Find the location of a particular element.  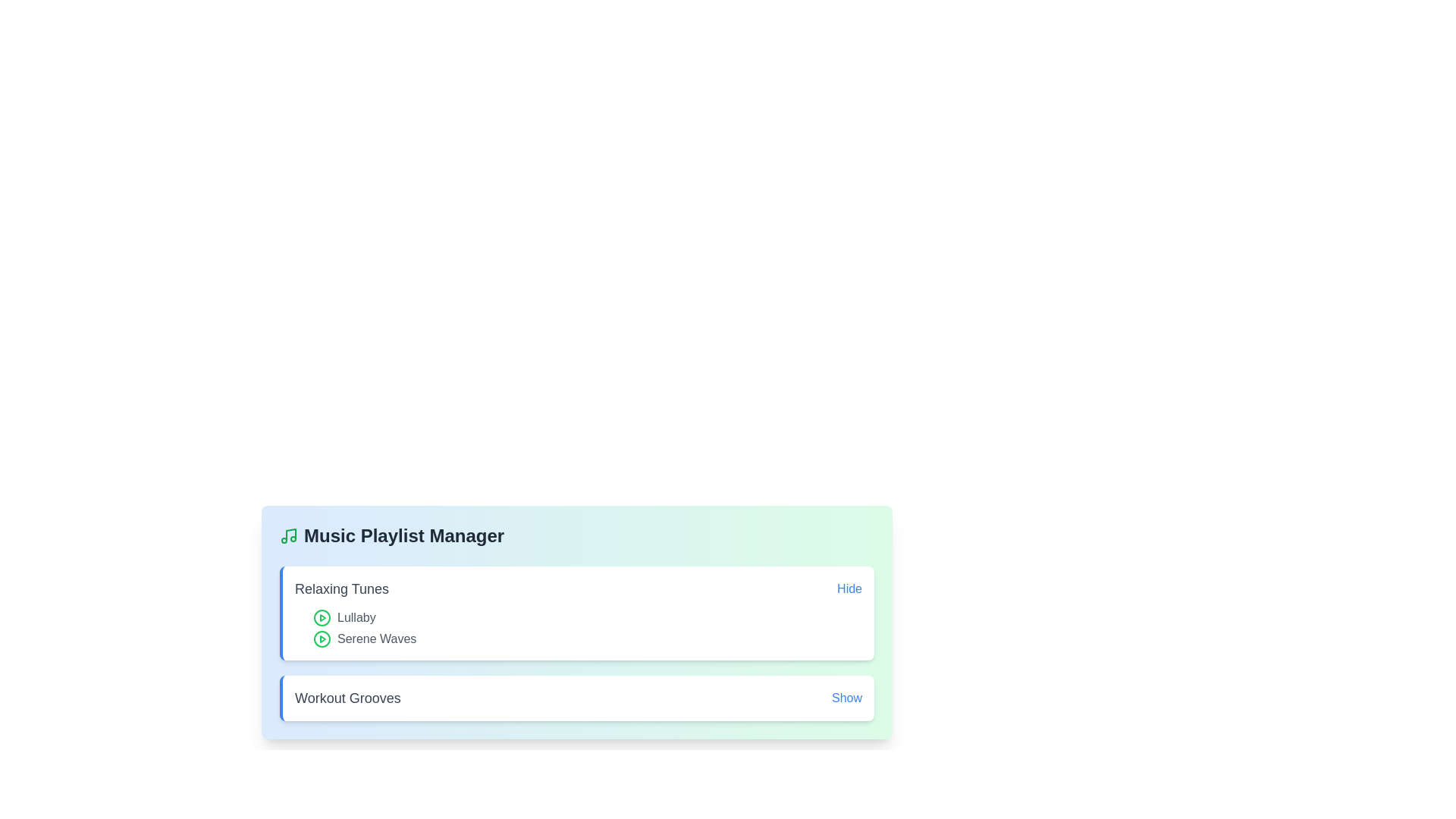

the musical note icon to explore its functionality is located at coordinates (288, 535).